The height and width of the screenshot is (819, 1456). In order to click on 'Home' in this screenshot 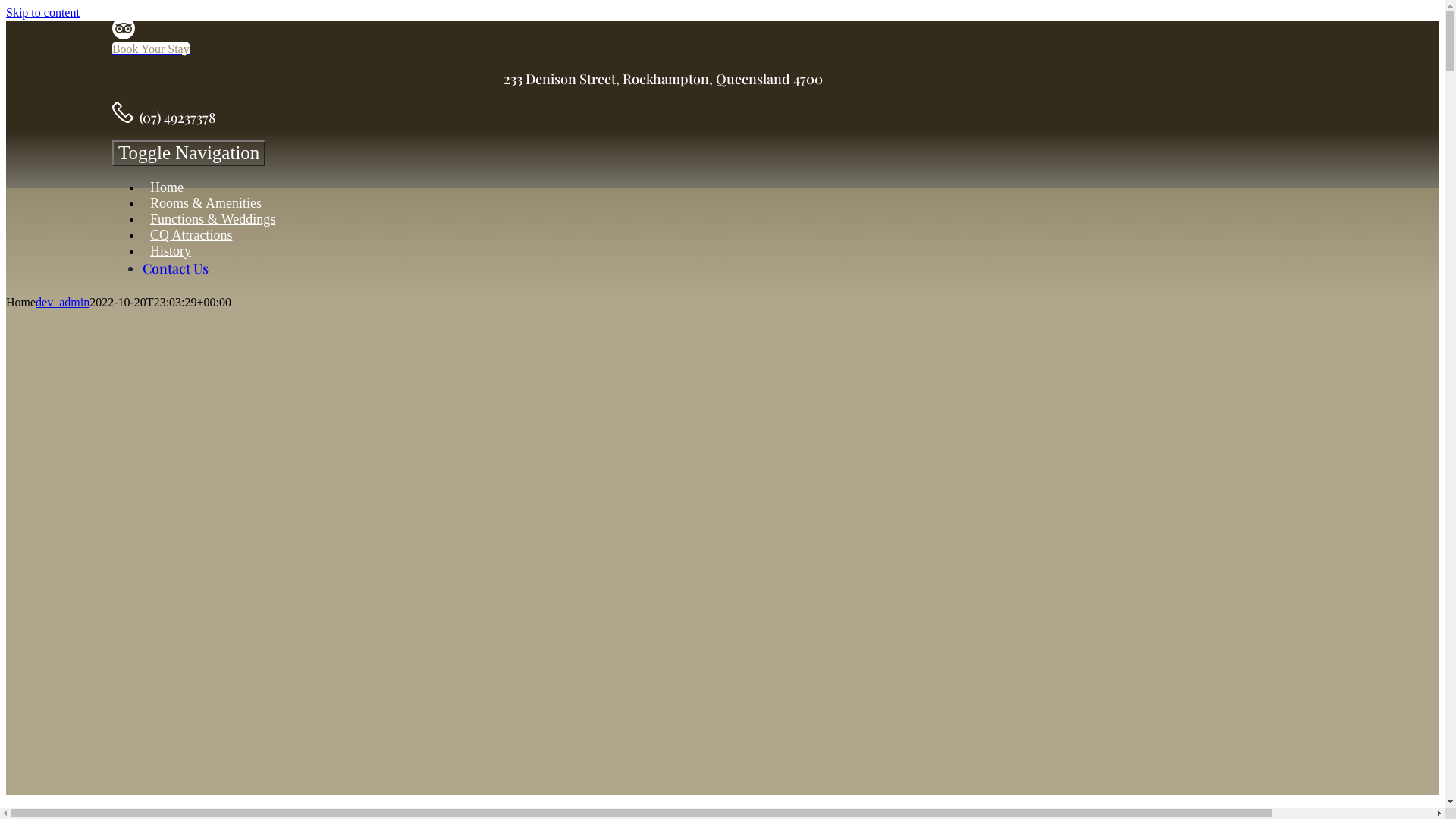, I will do `click(167, 187)`.